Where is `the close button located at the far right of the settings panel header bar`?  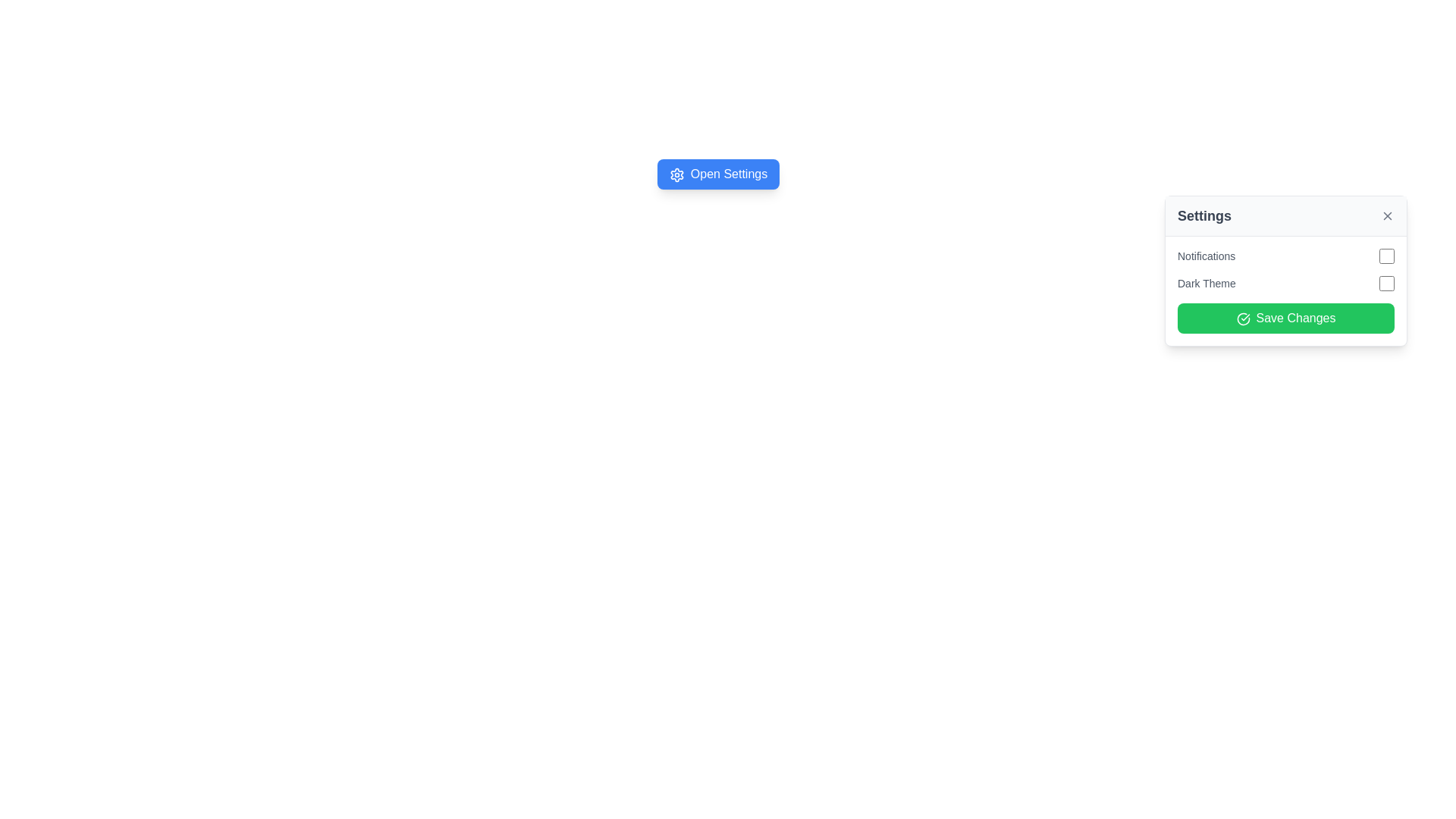 the close button located at the far right of the settings panel header bar is located at coordinates (1387, 216).